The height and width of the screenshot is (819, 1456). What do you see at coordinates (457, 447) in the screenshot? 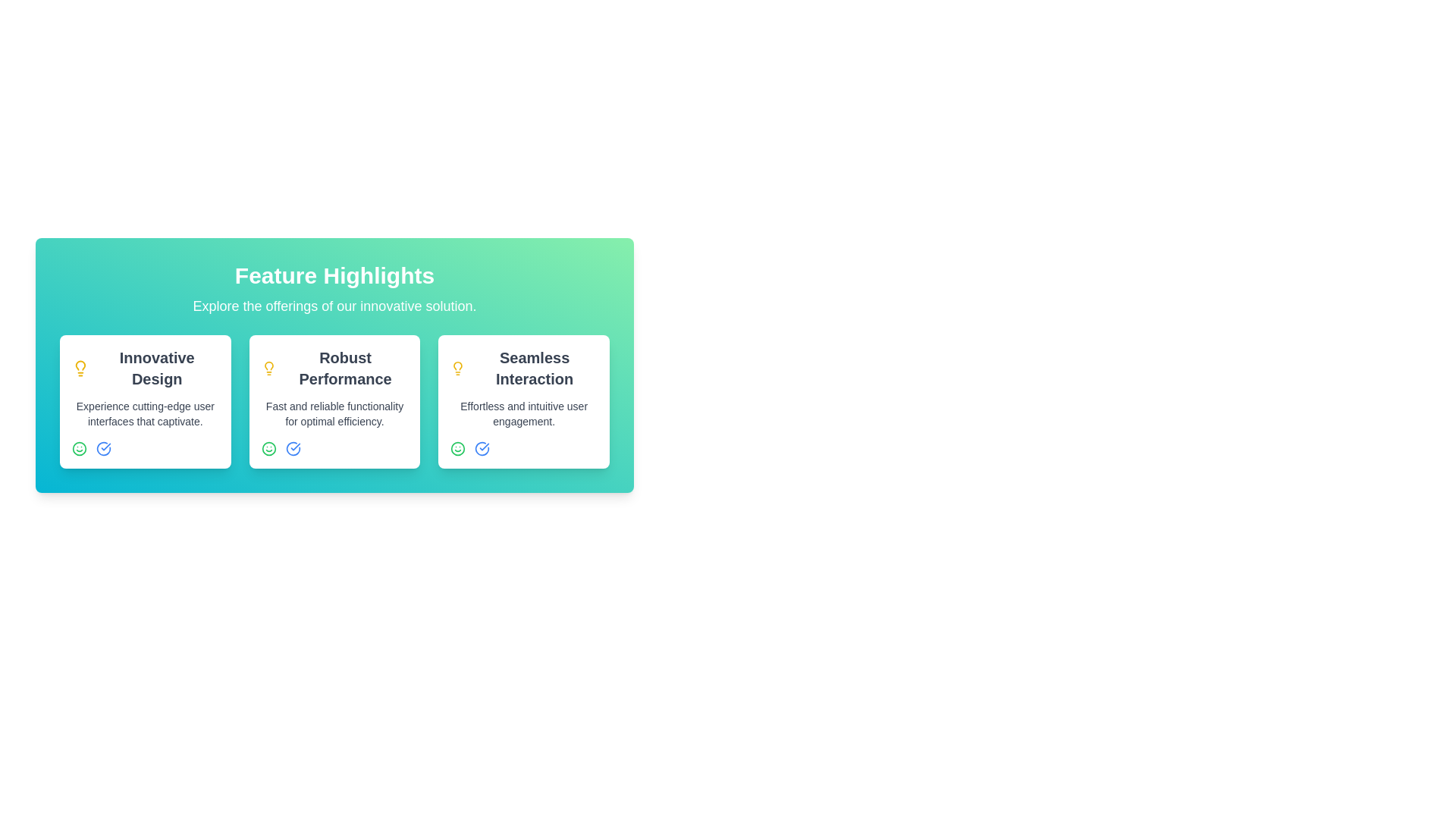
I see `the green circular smiley face icon located at the bottom of the card labeled 'Innovative Design', which is the leftmost icon in a group of two icons` at bounding box center [457, 447].